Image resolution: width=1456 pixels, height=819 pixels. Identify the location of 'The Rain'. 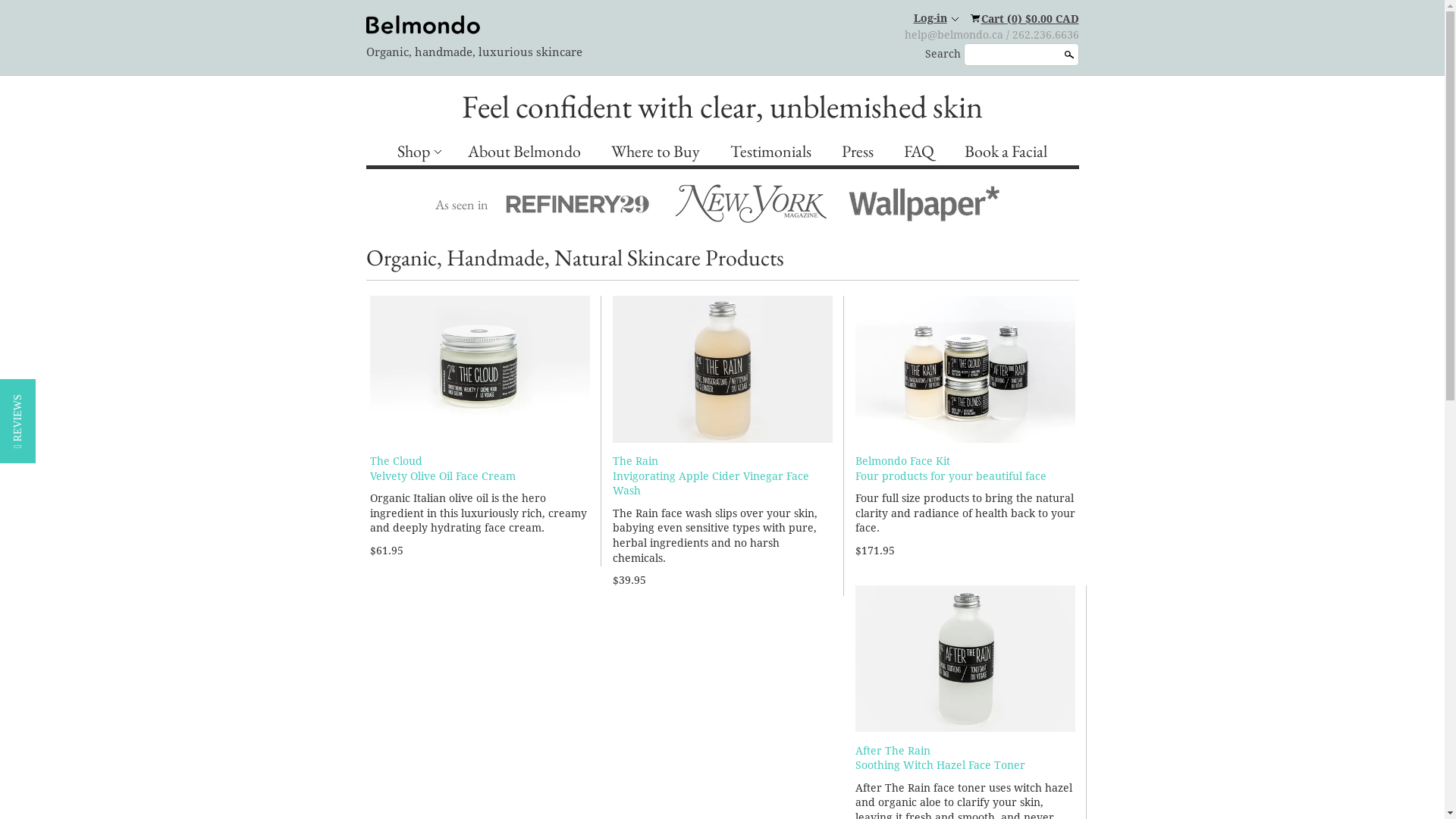
(635, 460).